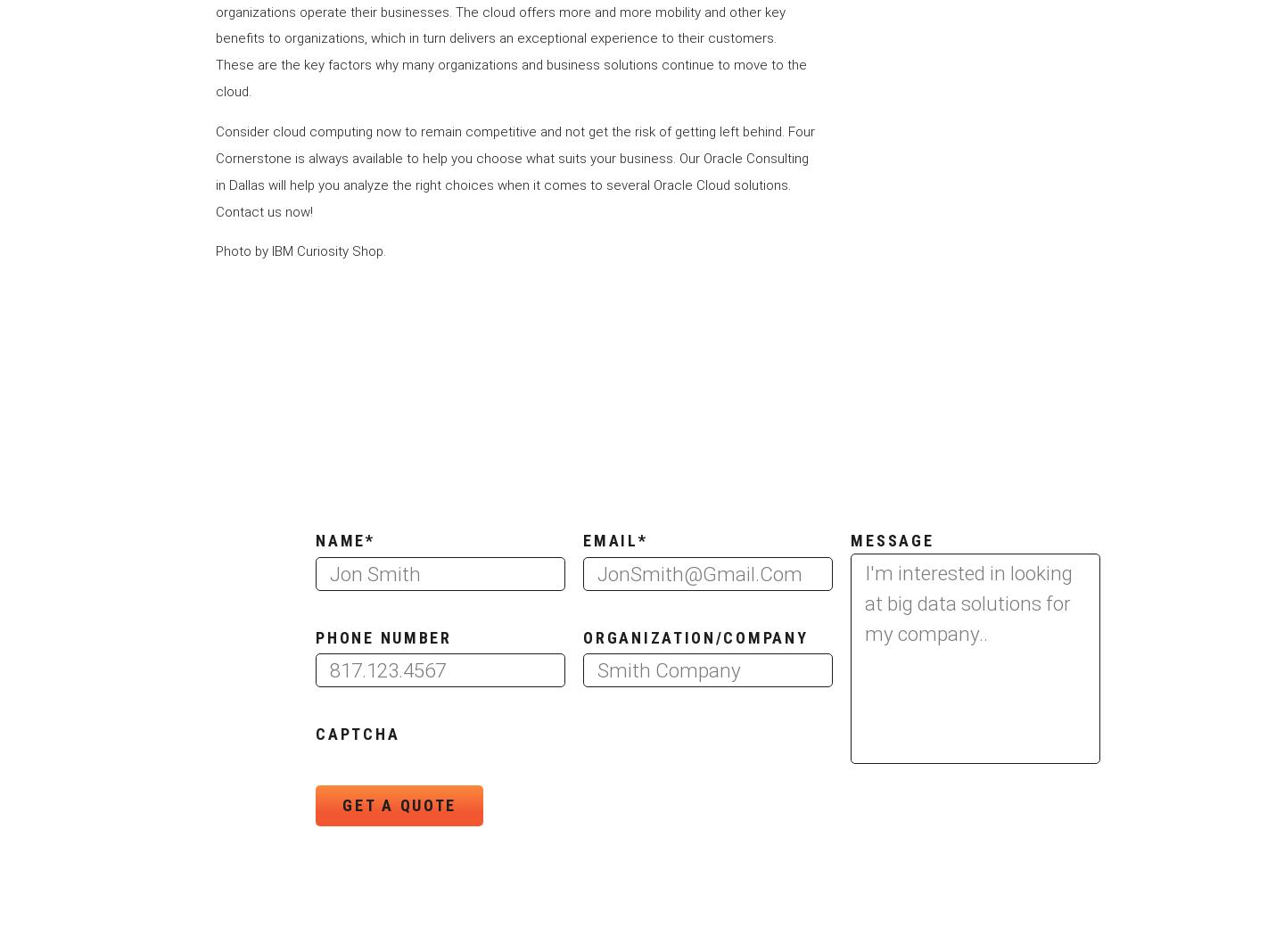  What do you see at coordinates (242, 250) in the screenshot?
I see `'Photo by'` at bounding box center [242, 250].